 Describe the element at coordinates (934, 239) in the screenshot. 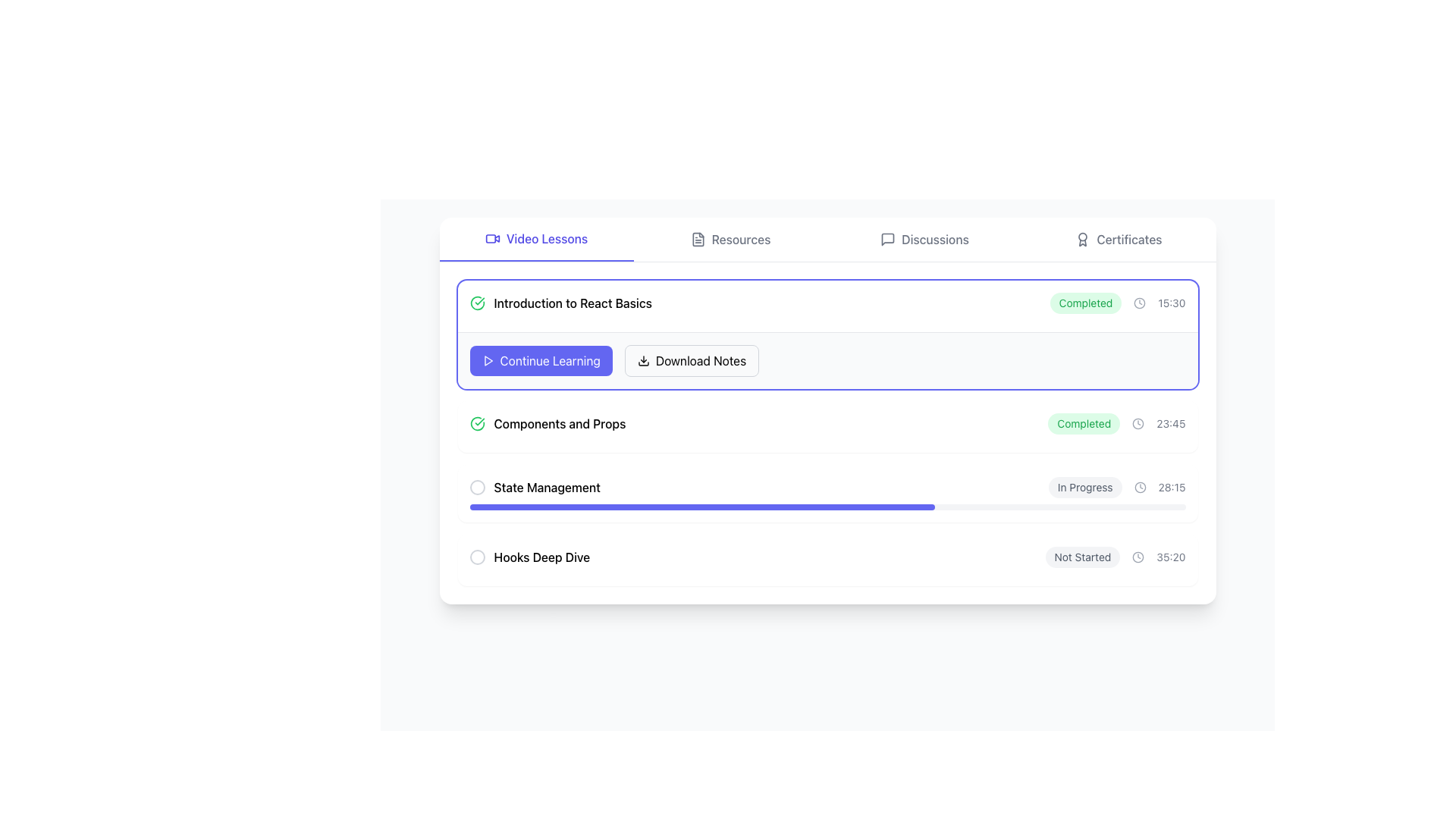

I see `the 'Discussions' text label in the top navigation bar` at that location.